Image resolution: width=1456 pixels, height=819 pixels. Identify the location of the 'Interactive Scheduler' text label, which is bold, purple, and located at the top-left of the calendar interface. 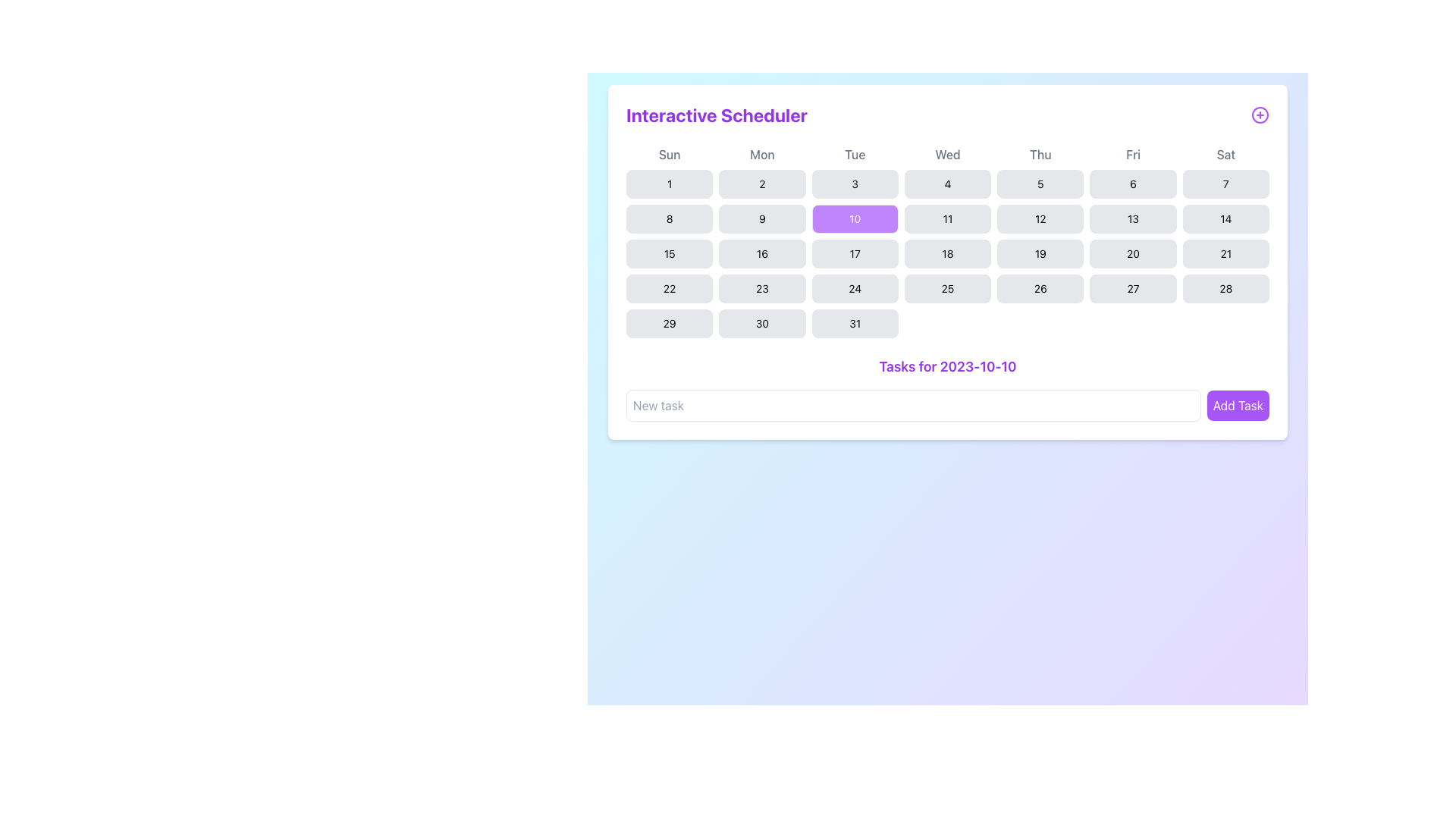
(716, 114).